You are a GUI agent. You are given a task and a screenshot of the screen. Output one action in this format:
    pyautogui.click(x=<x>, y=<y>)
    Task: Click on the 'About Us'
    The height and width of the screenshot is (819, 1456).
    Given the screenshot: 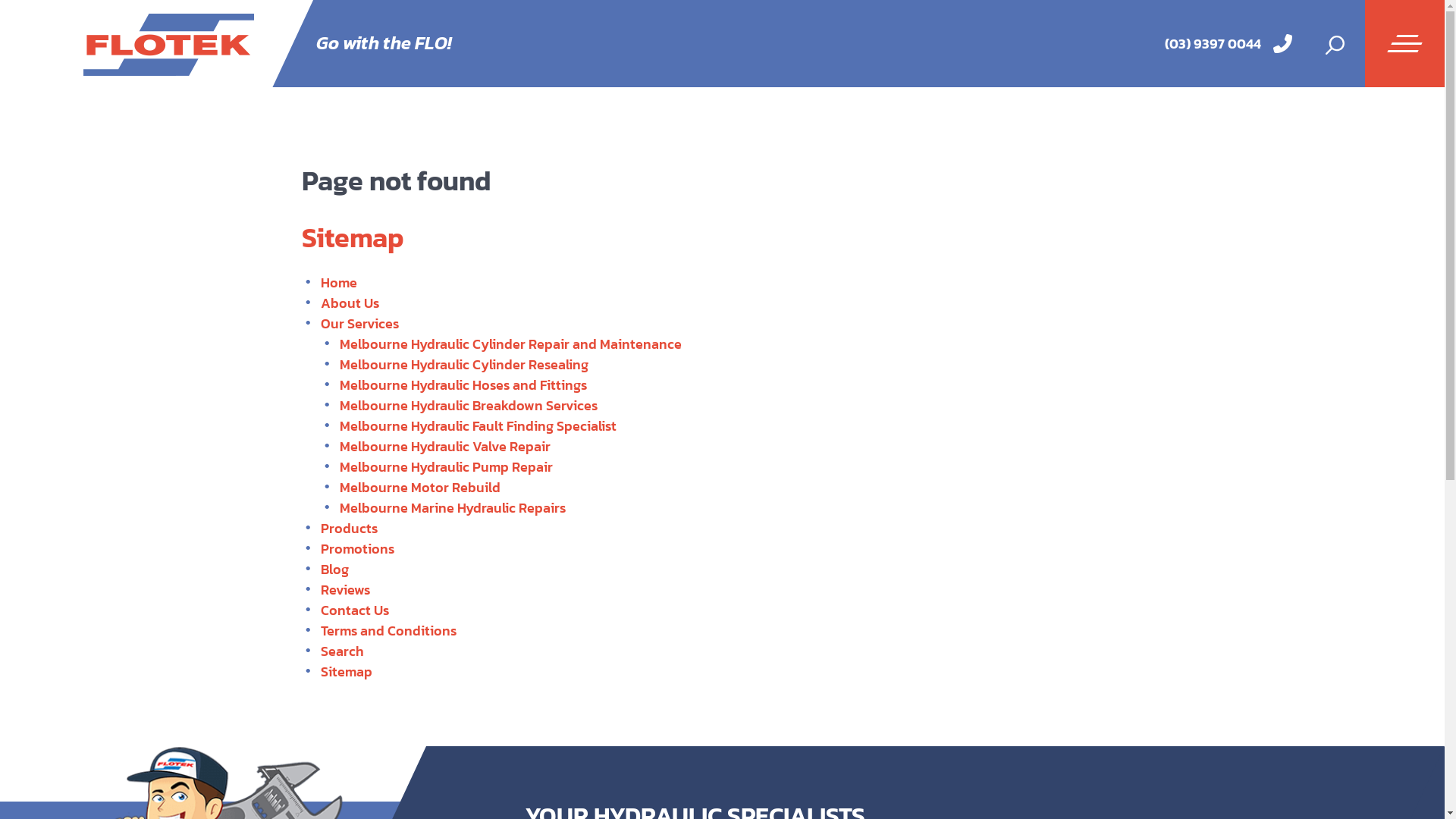 What is the action you would take?
    pyautogui.click(x=348, y=303)
    